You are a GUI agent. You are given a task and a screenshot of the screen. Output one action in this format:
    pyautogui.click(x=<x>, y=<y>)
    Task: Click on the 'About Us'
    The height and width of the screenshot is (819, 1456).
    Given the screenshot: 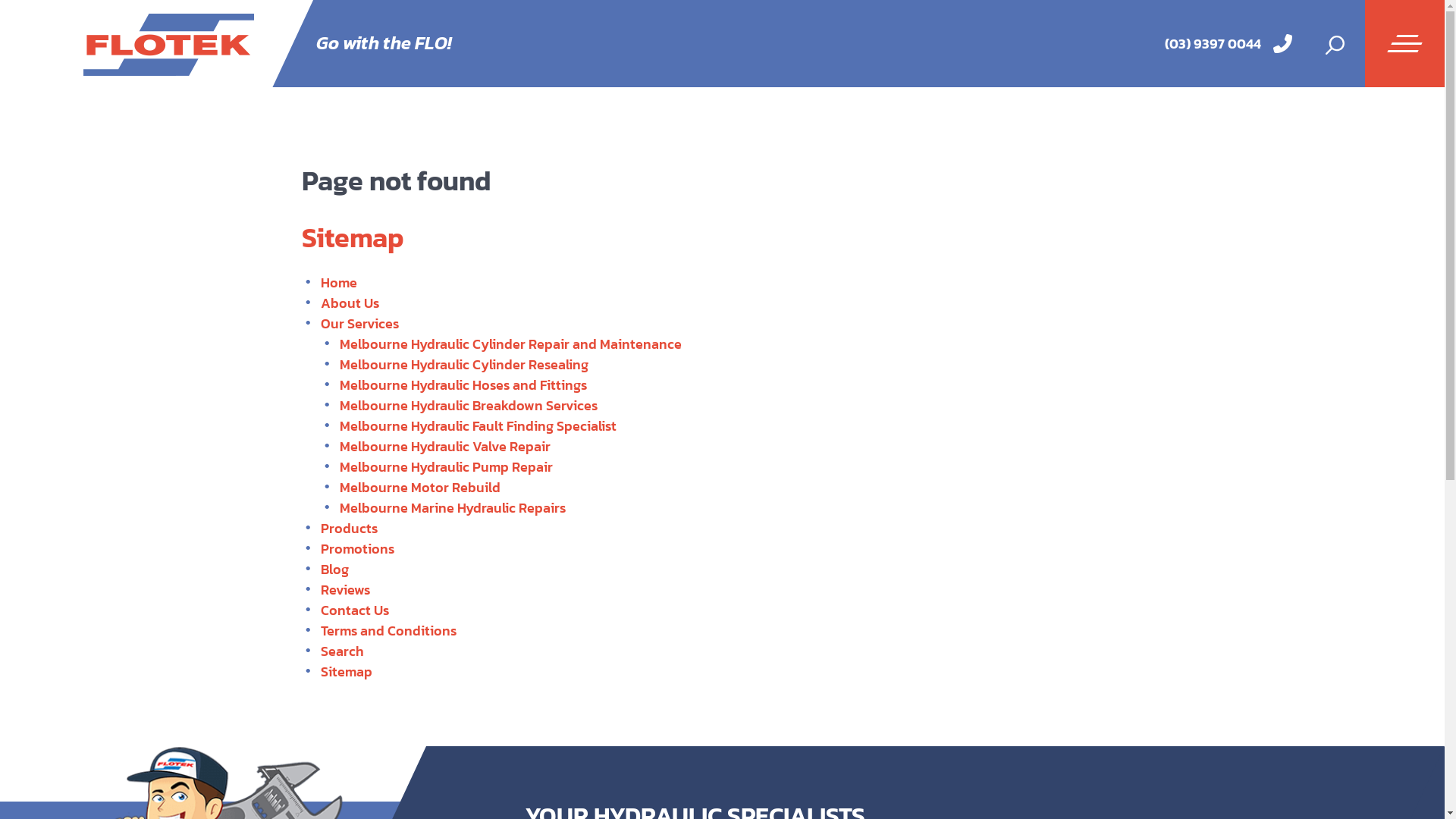 What is the action you would take?
    pyautogui.click(x=348, y=303)
    